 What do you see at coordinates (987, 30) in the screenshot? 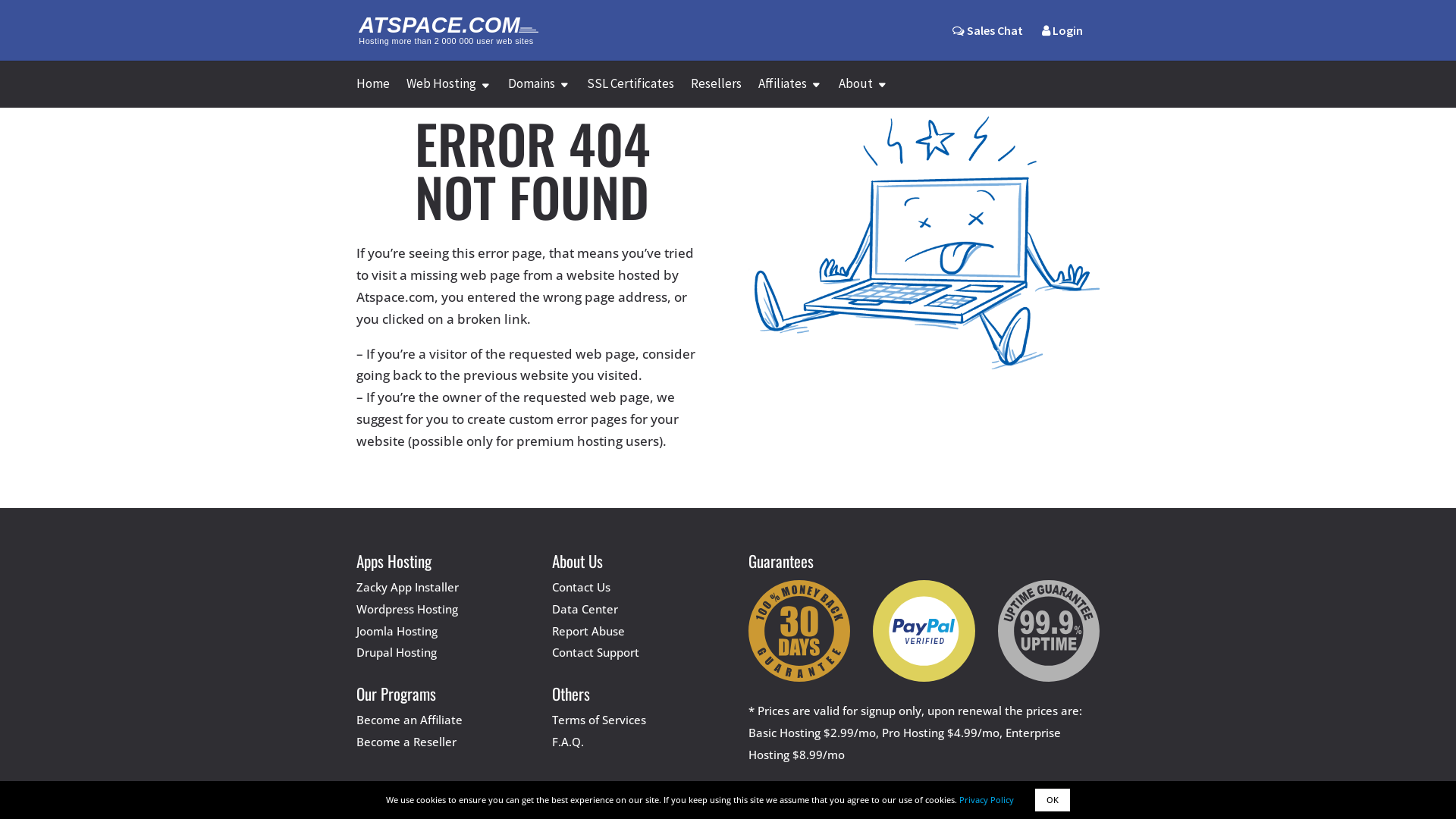
I see `'Sales Chat'` at bounding box center [987, 30].